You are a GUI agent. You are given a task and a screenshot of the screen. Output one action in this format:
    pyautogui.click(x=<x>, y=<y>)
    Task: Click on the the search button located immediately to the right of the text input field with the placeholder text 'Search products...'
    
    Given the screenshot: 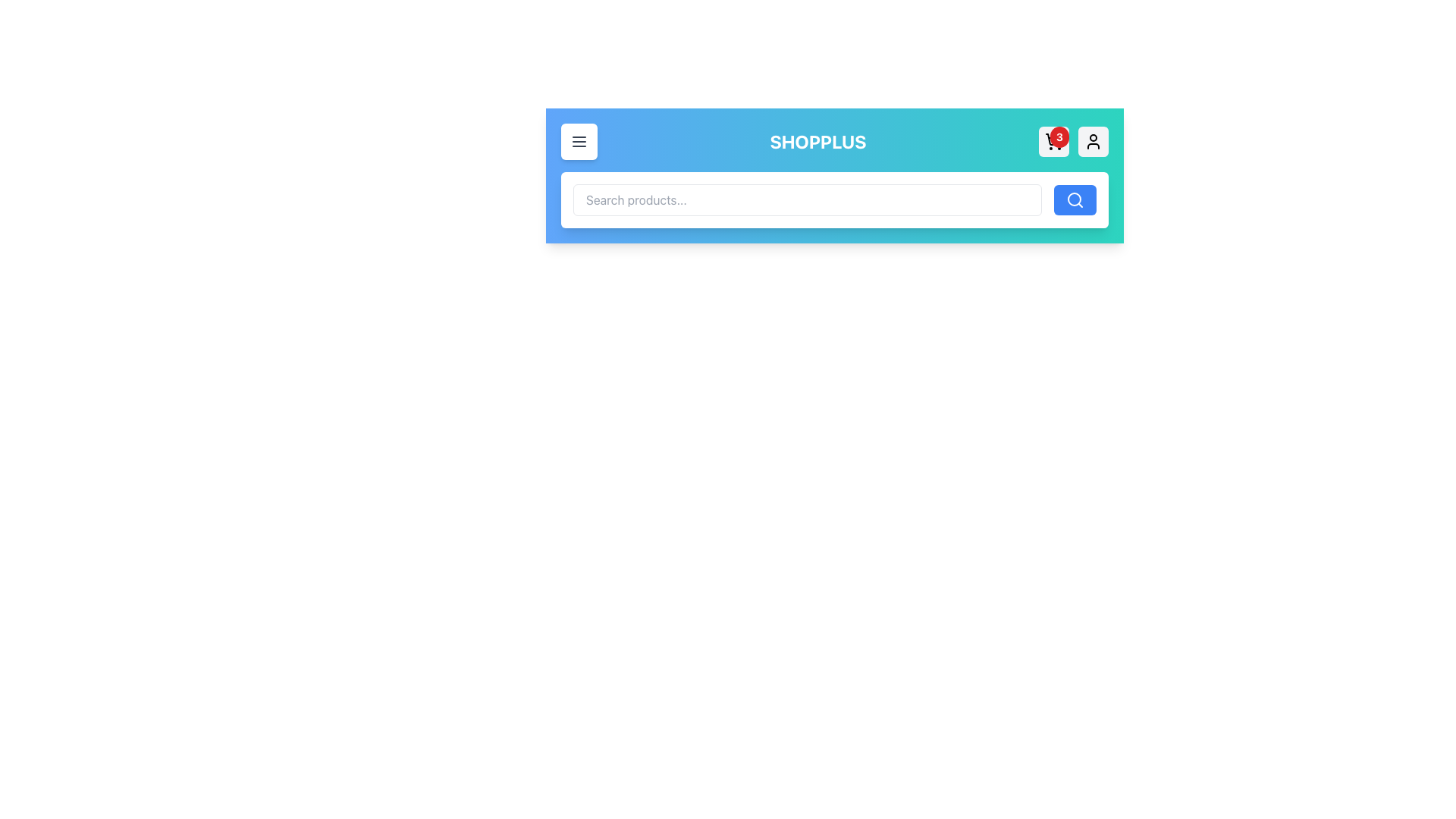 What is the action you would take?
    pyautogui.click(x=1074, y=199)
    